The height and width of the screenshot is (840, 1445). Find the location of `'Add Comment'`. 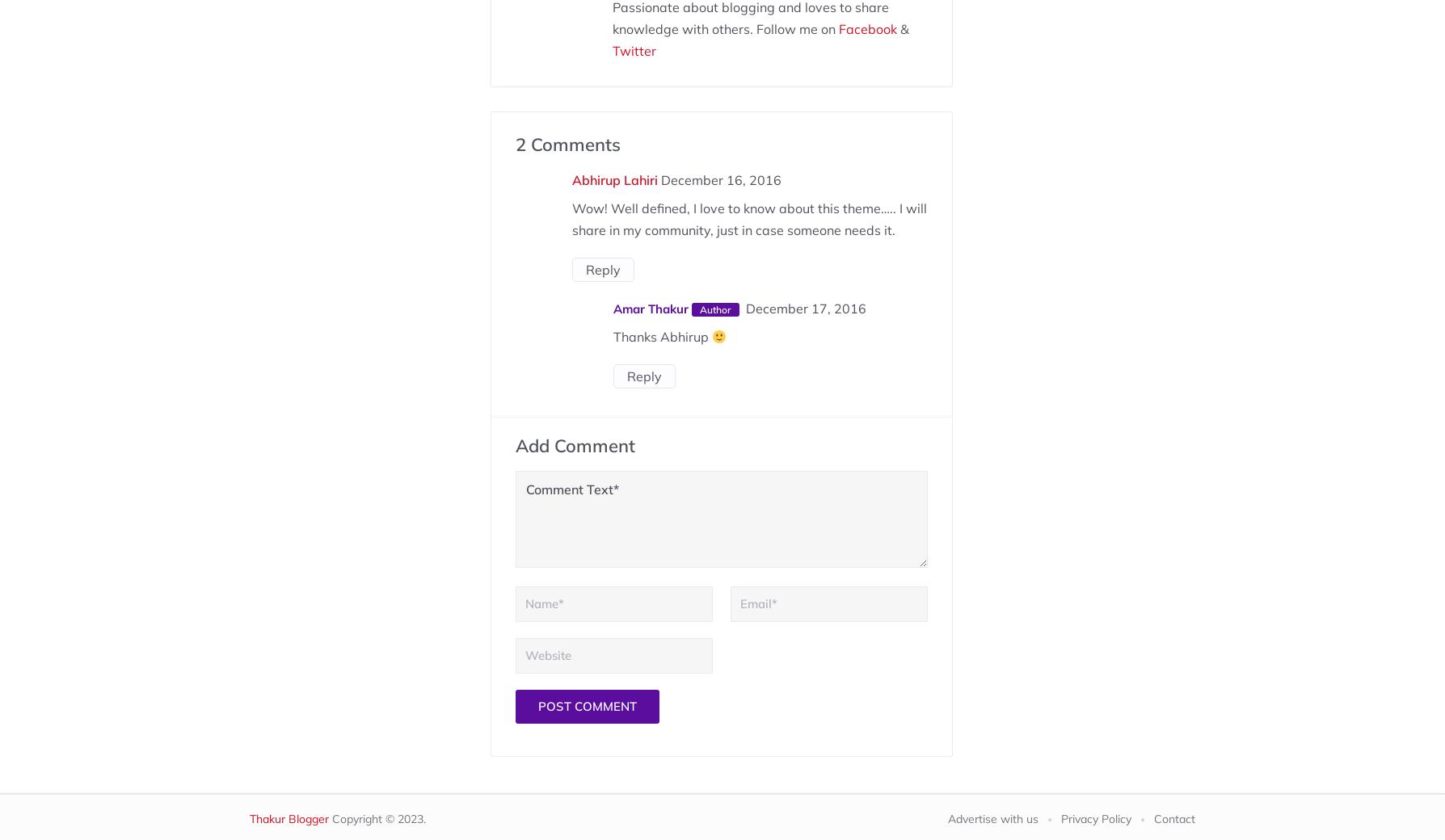

'Add Comment' is located at coordinates (574, 445).